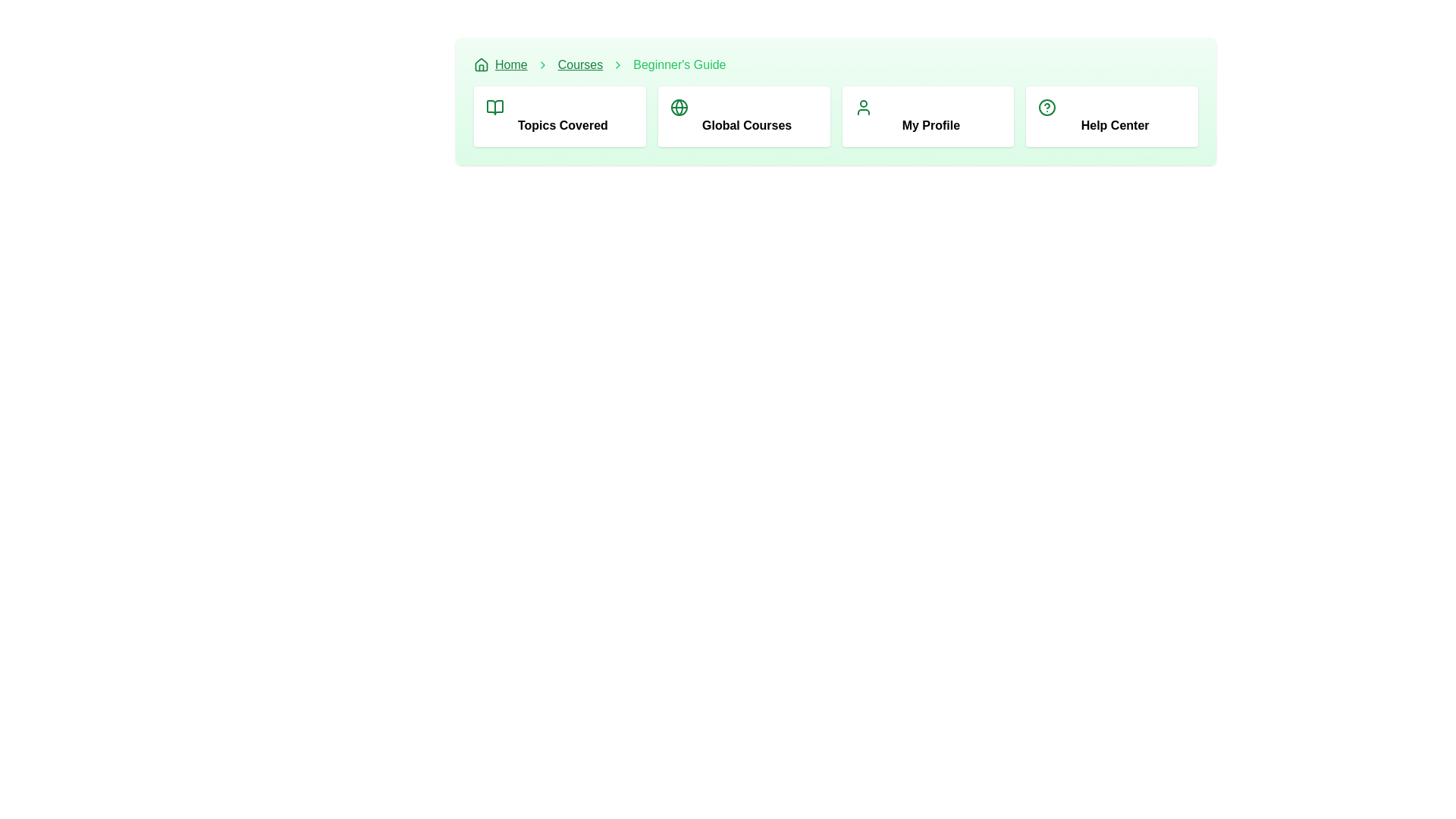  Describe the element at coordinates (494, 107) in the screenshot. I see `the 'Topics Covered' icon located in the first card of the row, aligned to the left side, to visually represent the section` at that location.